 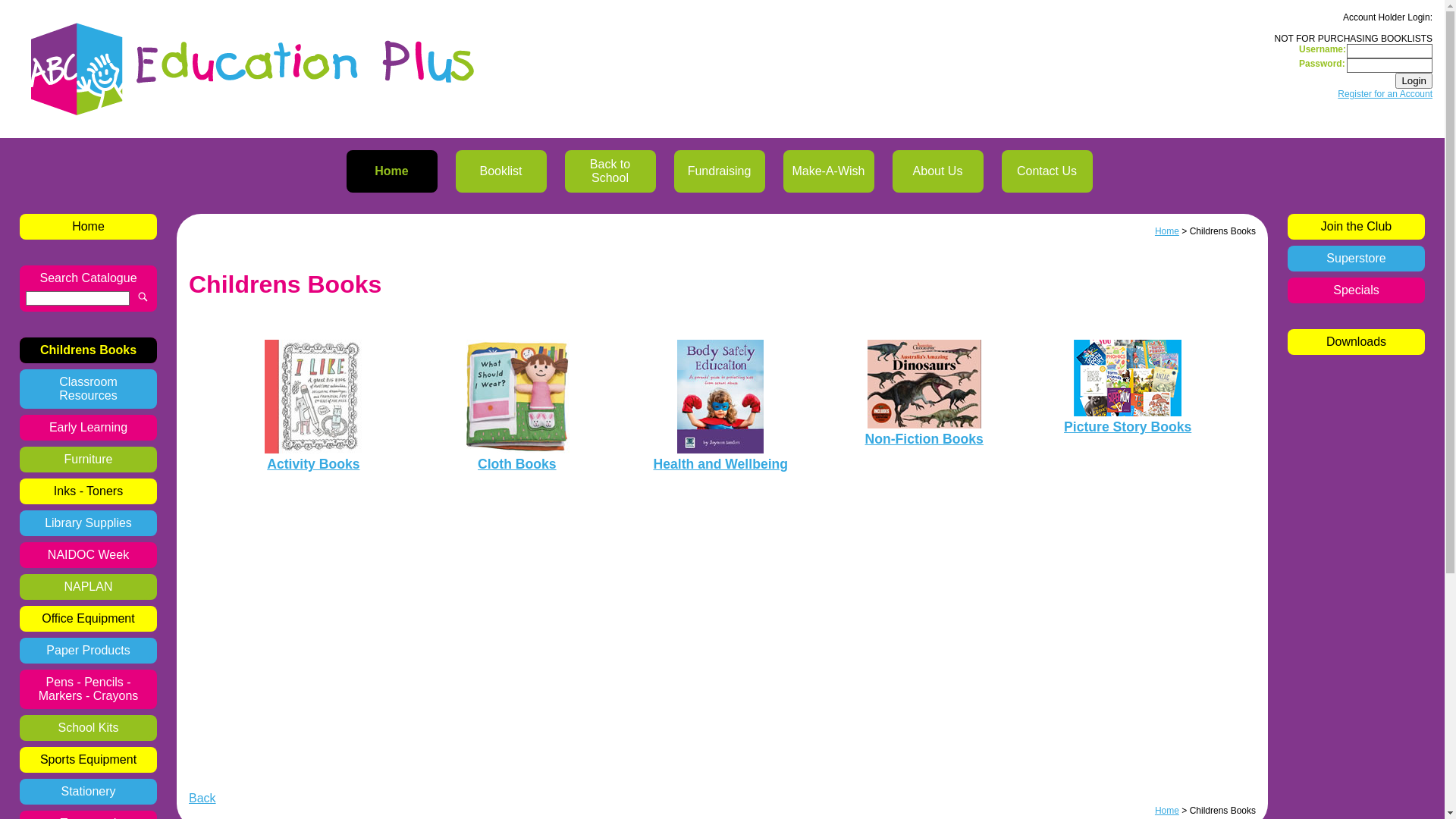 I want to click on 'Back to School', so click(x=610, y=171).